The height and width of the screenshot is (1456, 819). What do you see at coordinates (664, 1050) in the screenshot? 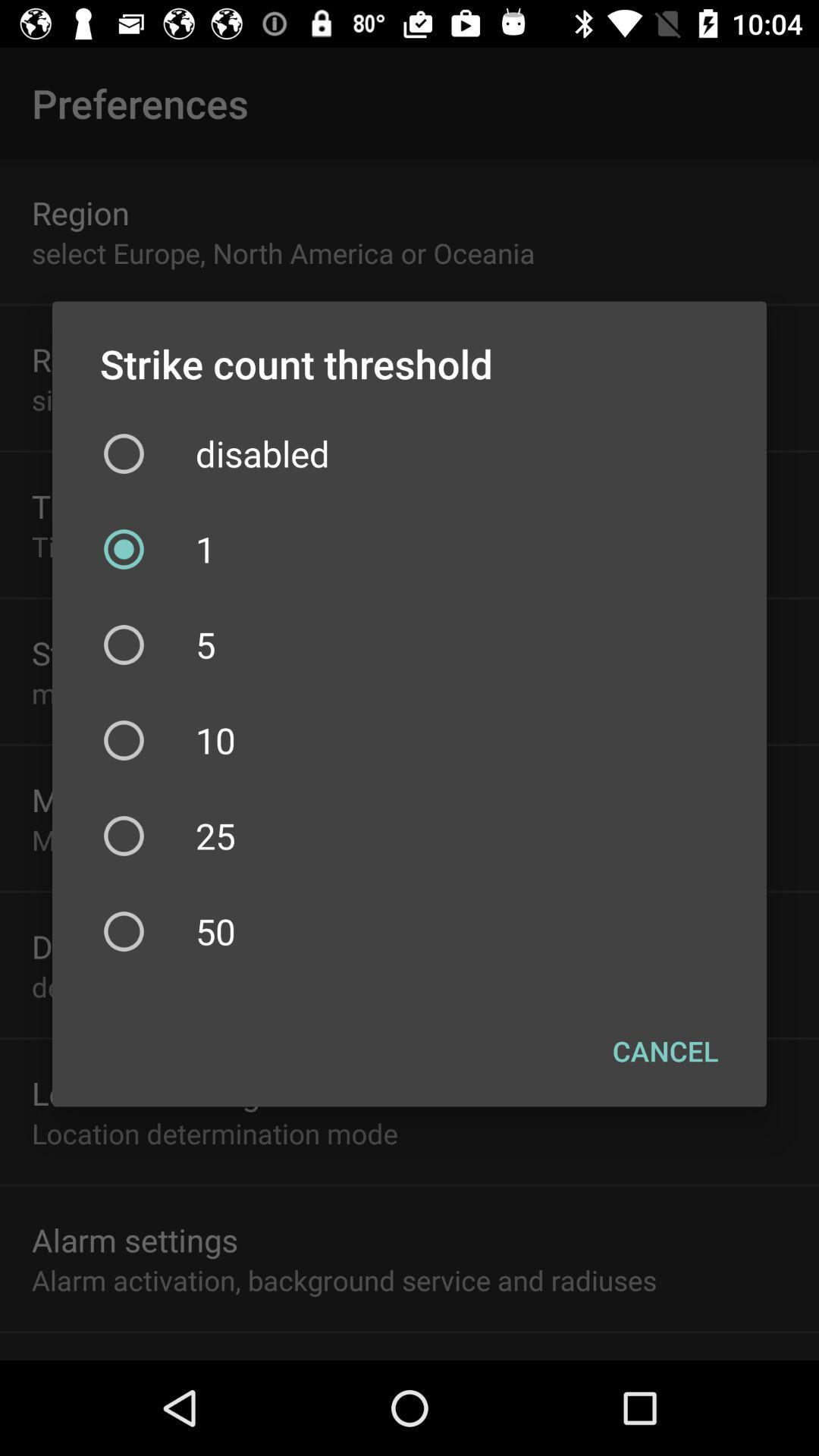
I see `checkbox below the 50 item` at bounding box center [664, 1050].